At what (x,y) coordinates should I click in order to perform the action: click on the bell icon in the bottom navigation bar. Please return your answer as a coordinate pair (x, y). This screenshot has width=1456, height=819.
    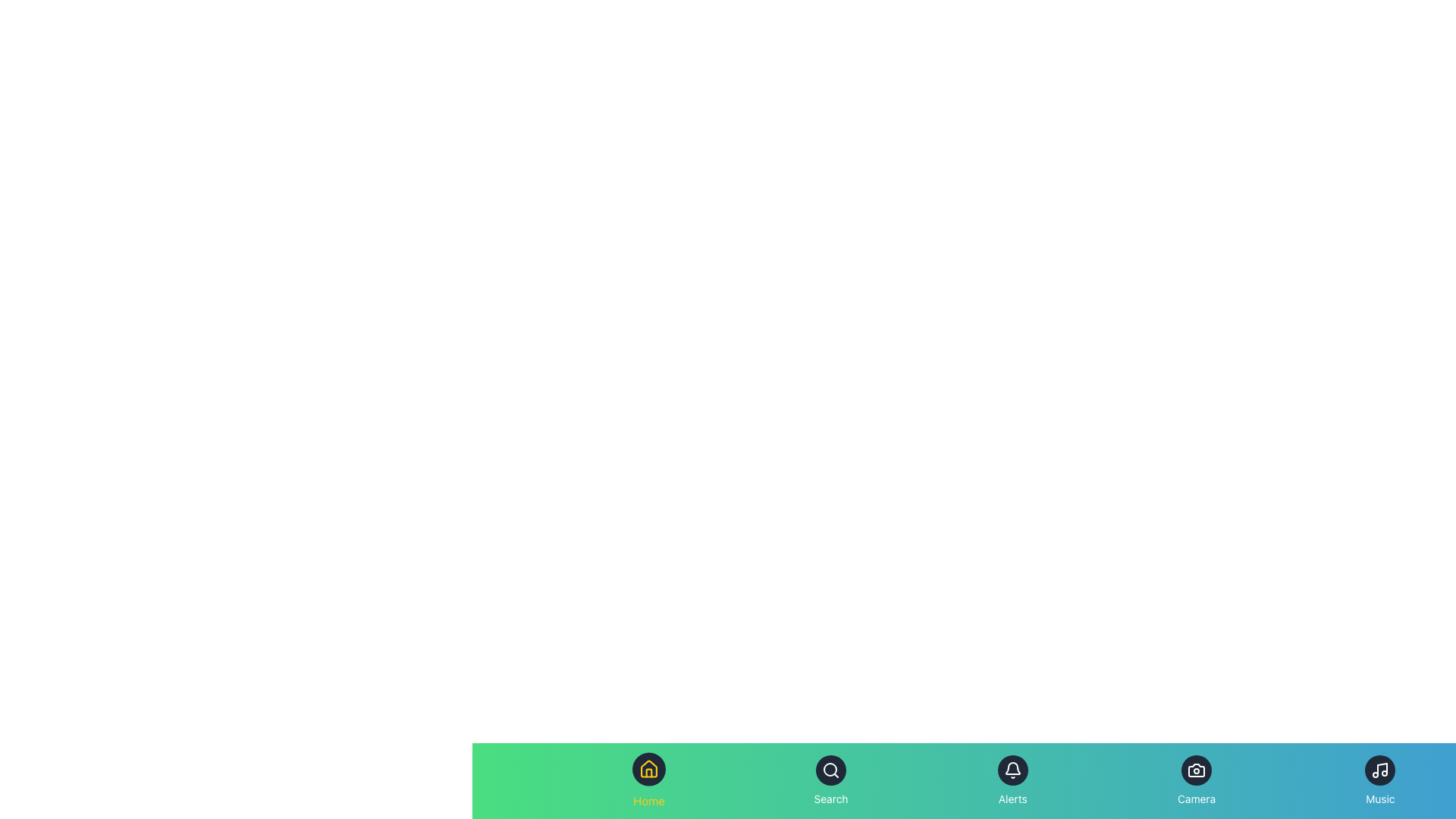
    Looking at the image, I should click on (1012, 770).